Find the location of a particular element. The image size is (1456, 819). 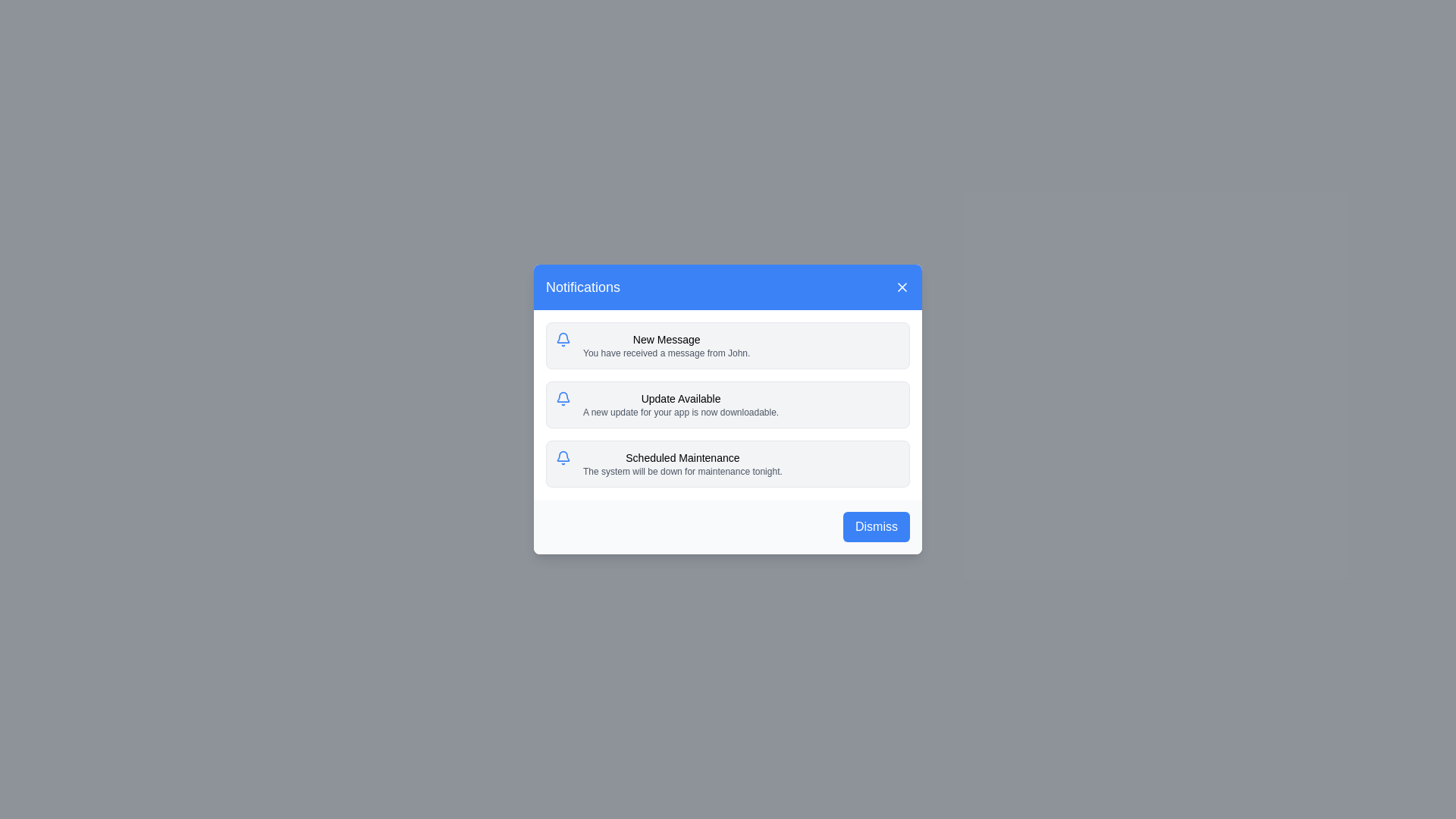

the visual appearance of the bell icon, which is part of the notification system design and is located near the left side of the notification messages is located at coordinates (563, 337).